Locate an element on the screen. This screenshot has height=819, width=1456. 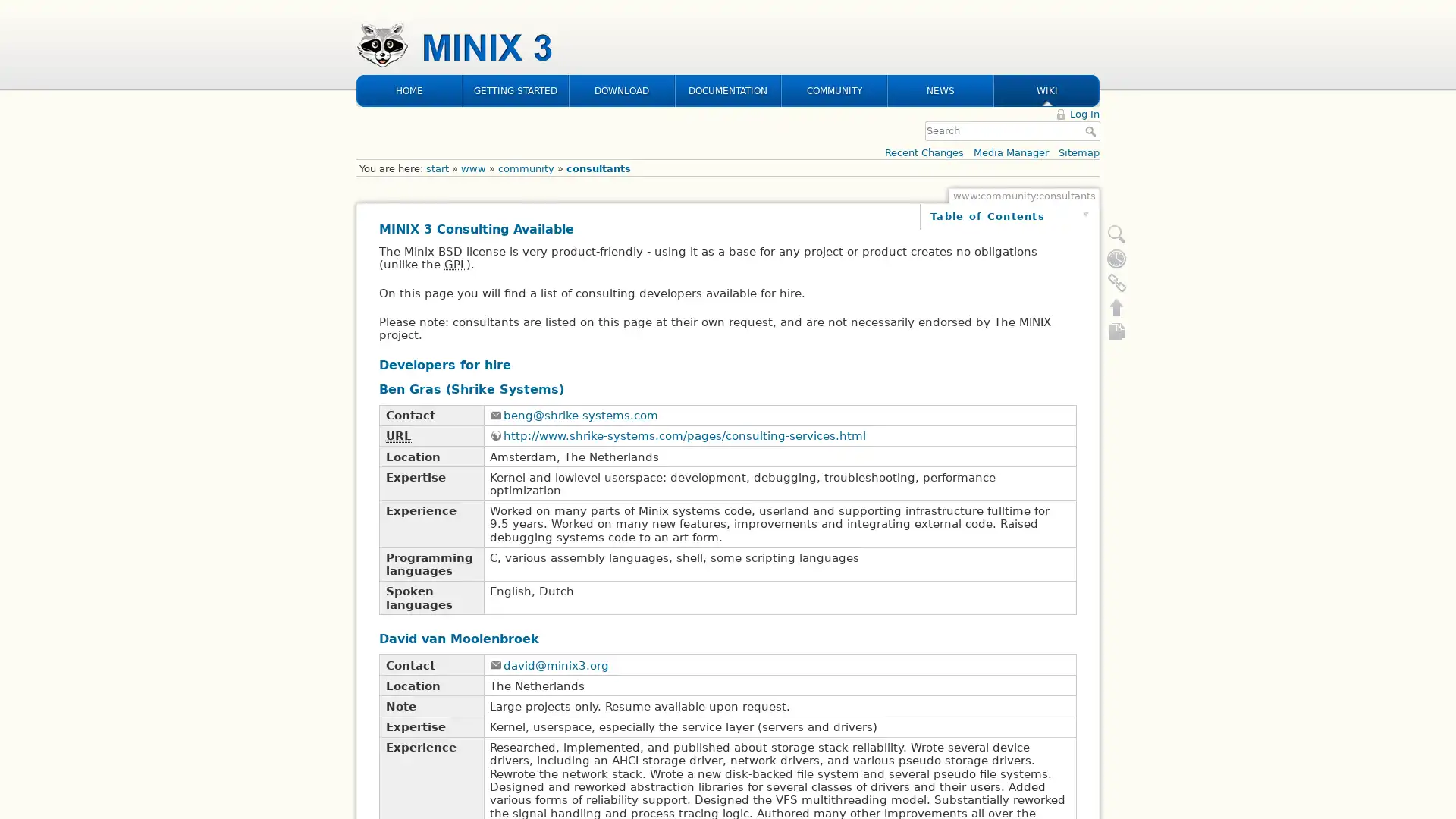
Search is located at coordinates (1092, 32).